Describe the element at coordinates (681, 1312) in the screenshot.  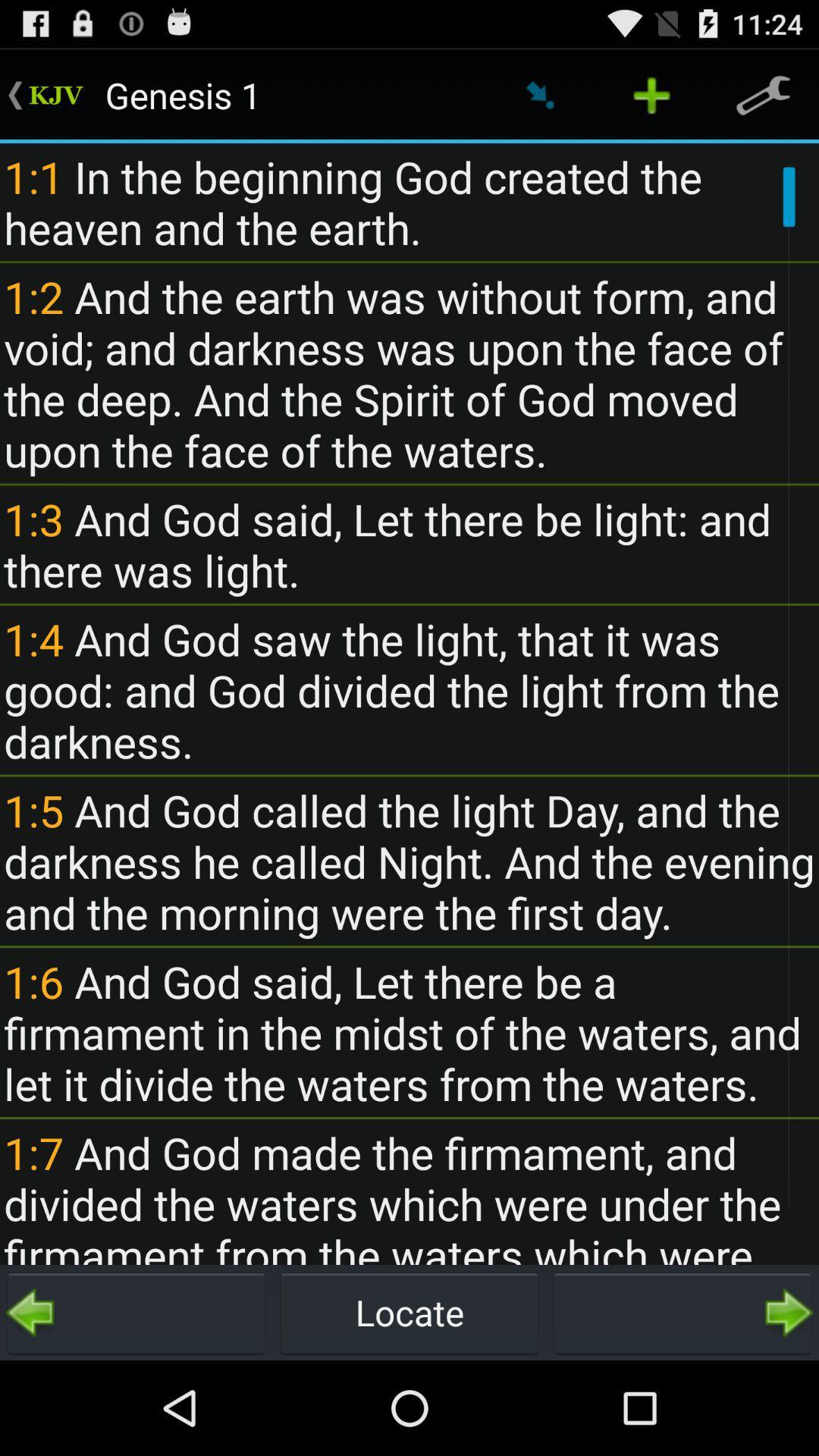
I see `the item next to the locate item` at that location.